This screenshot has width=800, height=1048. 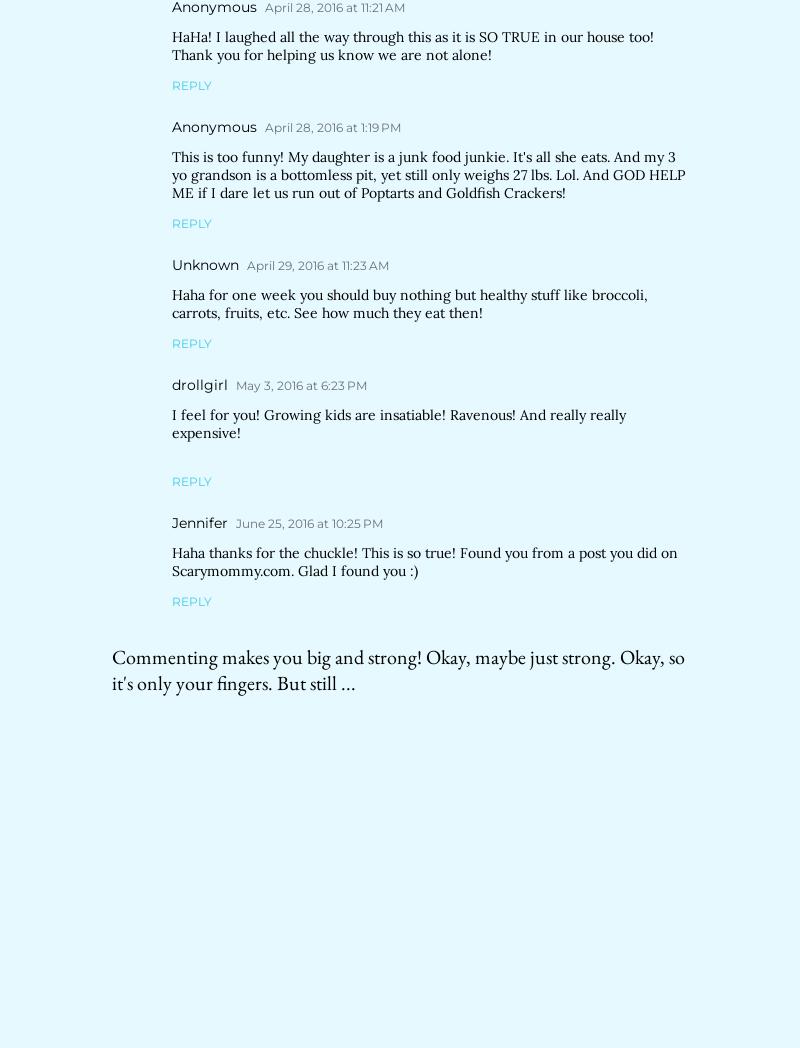 I want to click on 'Haha for one week you should buy nothing but healthy stuff like broccoli, carrots, fruits, etc. See how much they eat then!', so click(x=409, y=303).